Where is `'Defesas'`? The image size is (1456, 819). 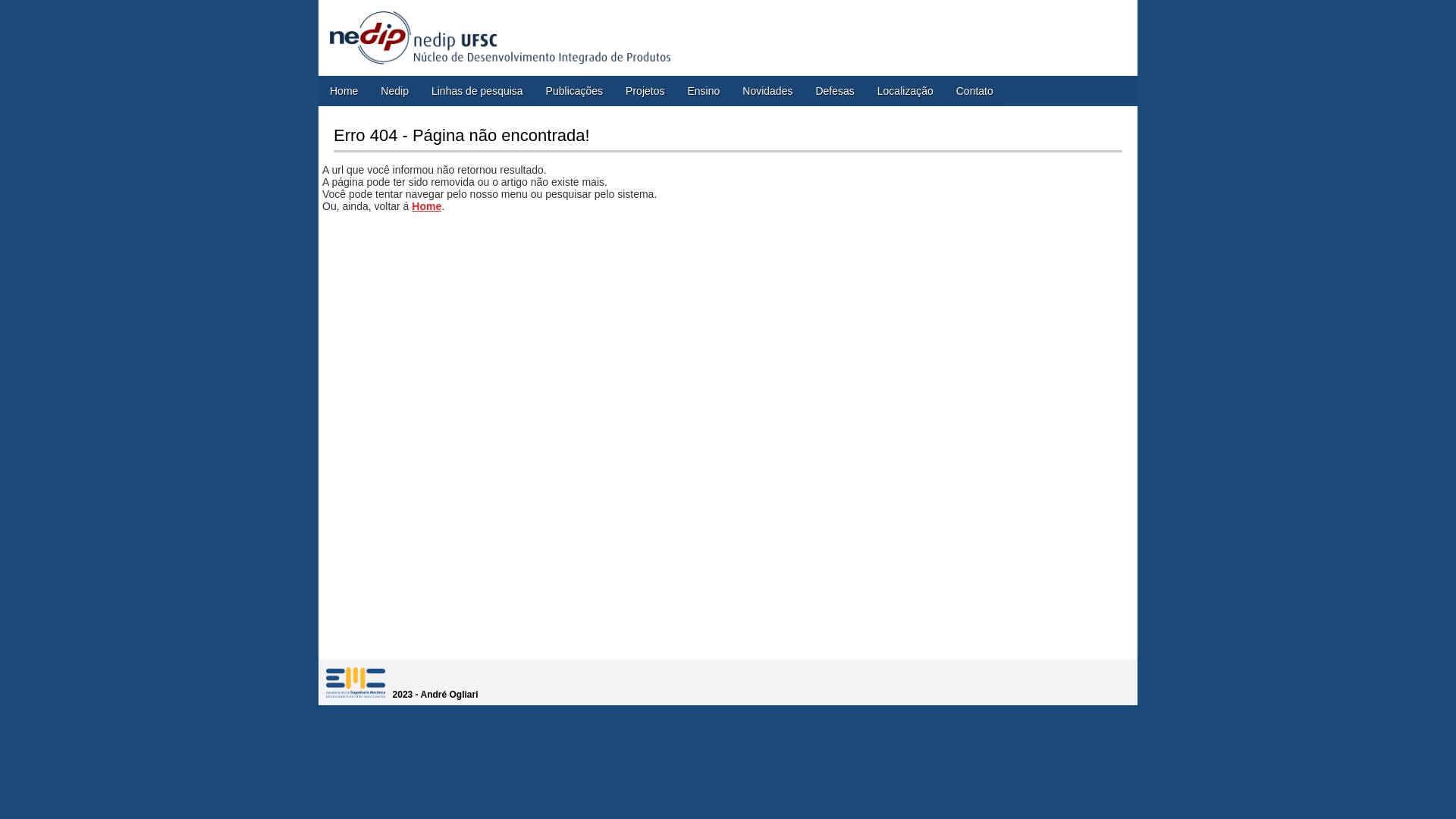 'Defesas' is located at coordinates (803, 90).